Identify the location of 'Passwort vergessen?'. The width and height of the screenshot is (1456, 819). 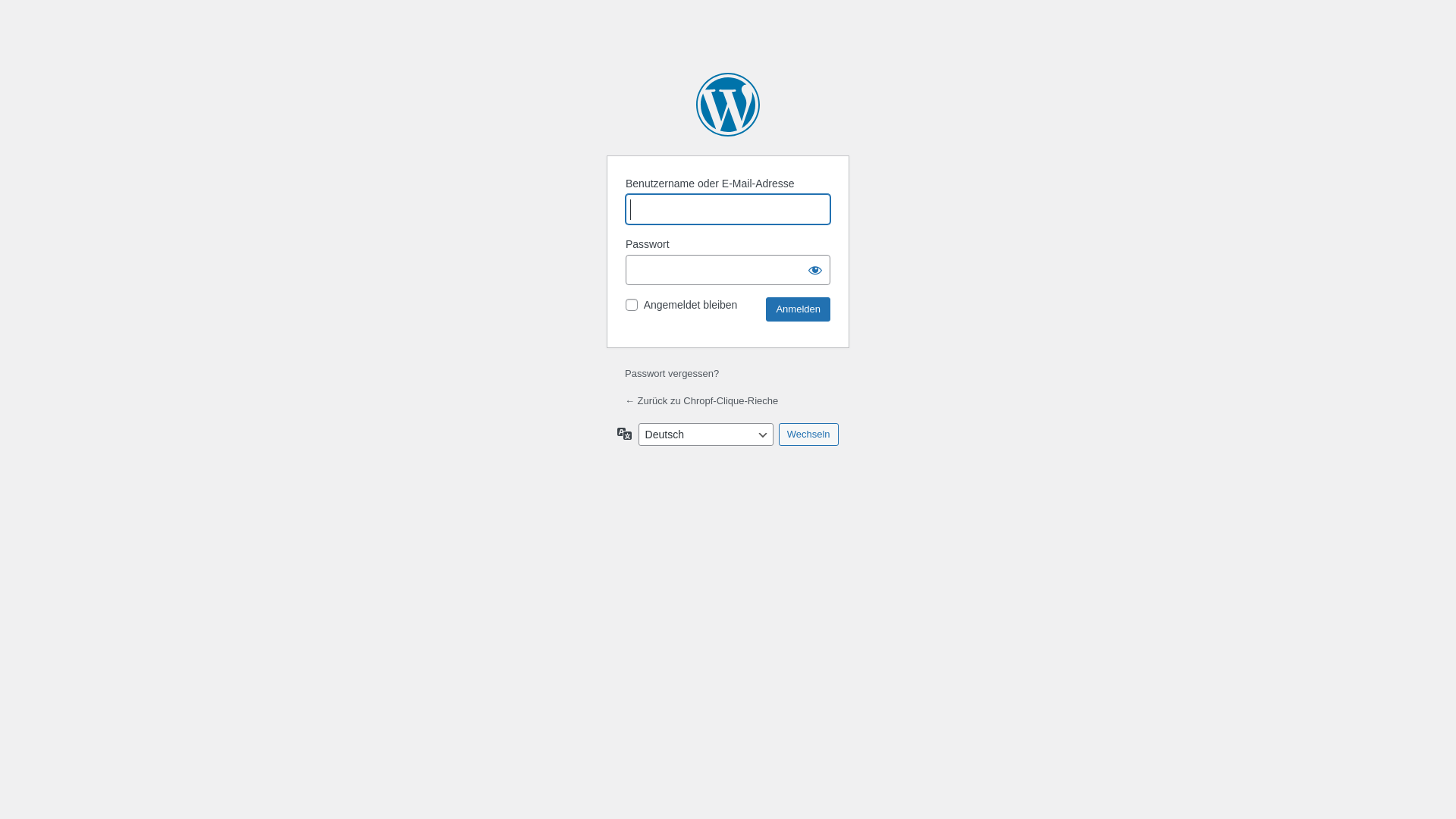
(671, 373).